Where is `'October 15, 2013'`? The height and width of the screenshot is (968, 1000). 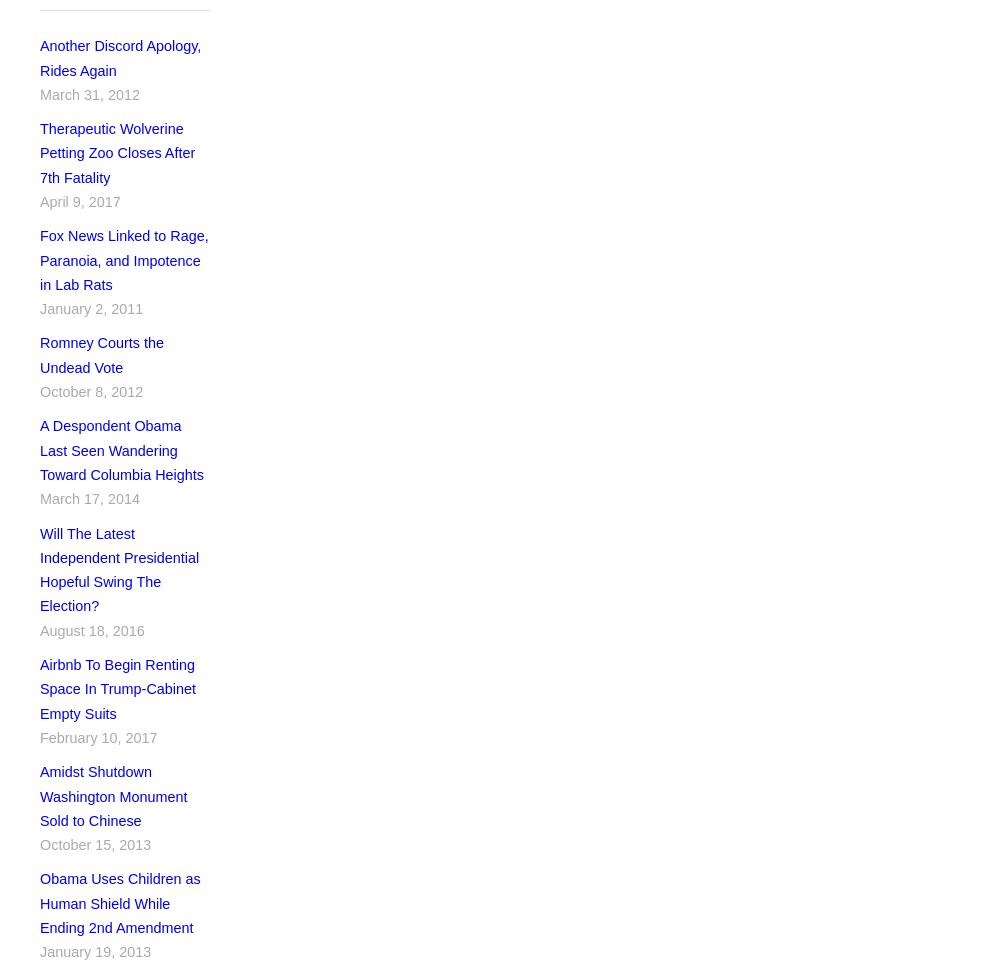 'October 15, 2013' is located at coordinates (94, 844).